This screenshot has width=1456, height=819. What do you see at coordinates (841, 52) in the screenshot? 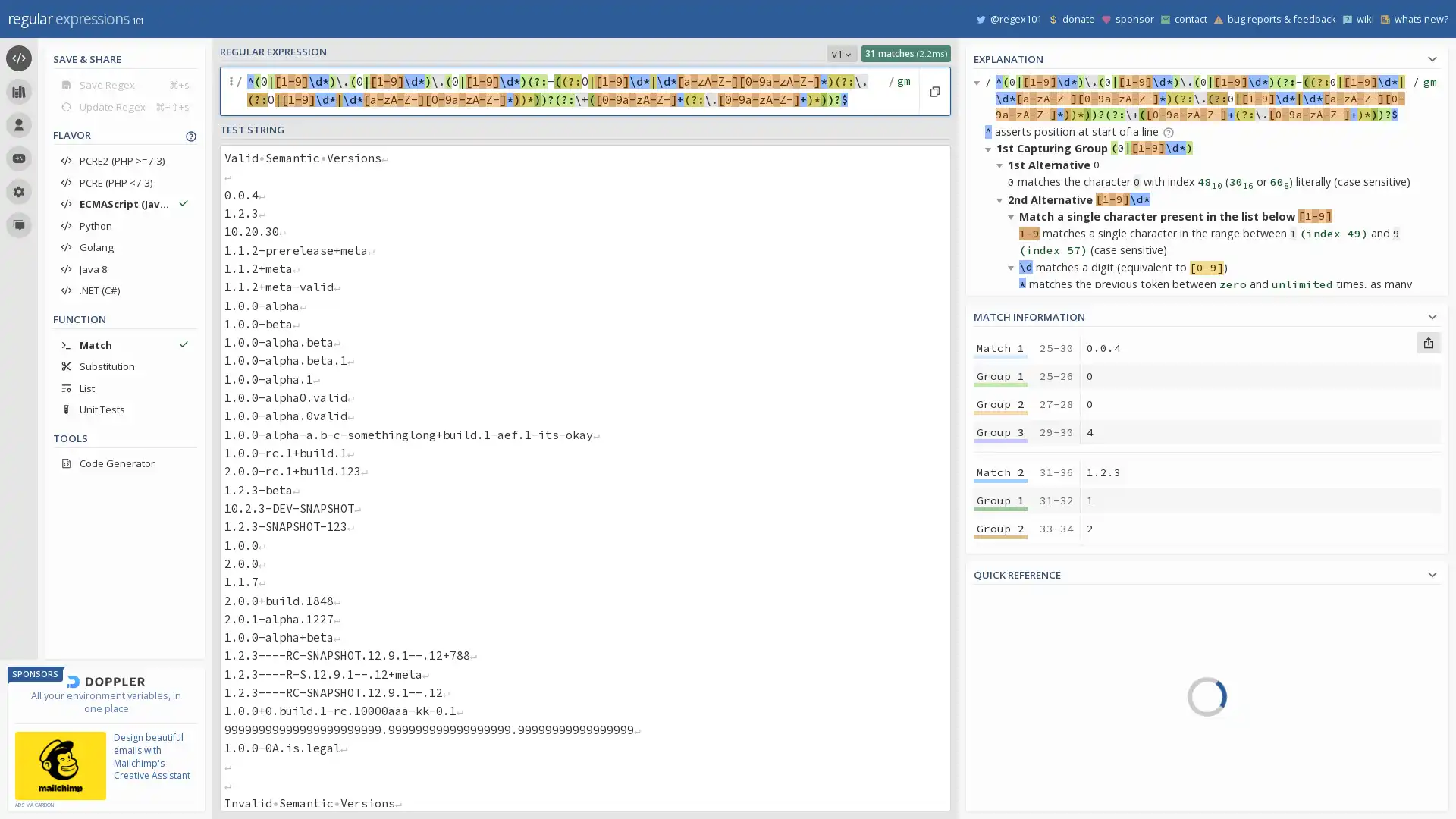
I see `Select Regex Version` at bounding box center [841, 52].